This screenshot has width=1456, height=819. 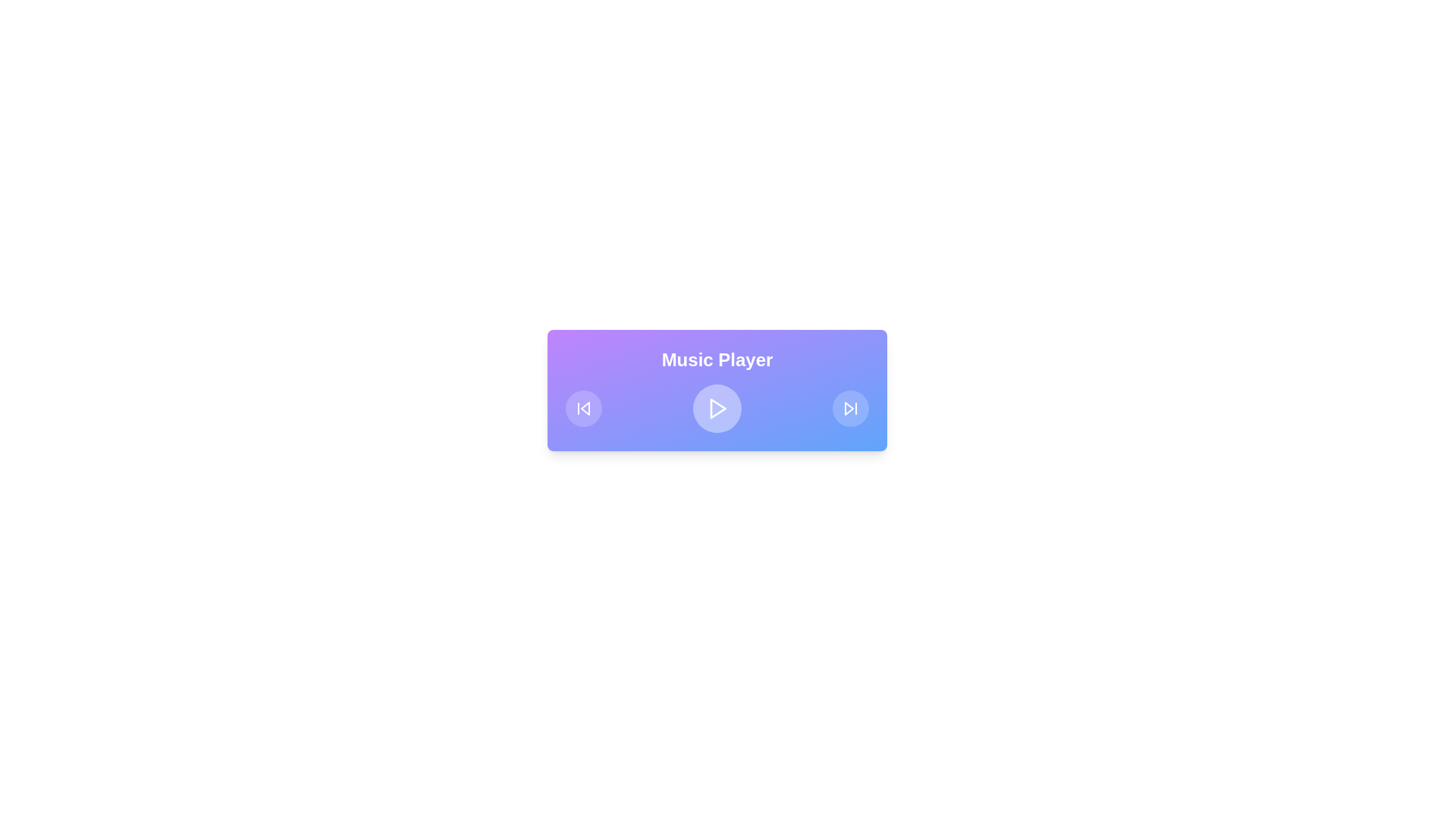 I want to click on the triangular play icon in the center of the media control interface to initiate playback, so click(x=717, y=408).